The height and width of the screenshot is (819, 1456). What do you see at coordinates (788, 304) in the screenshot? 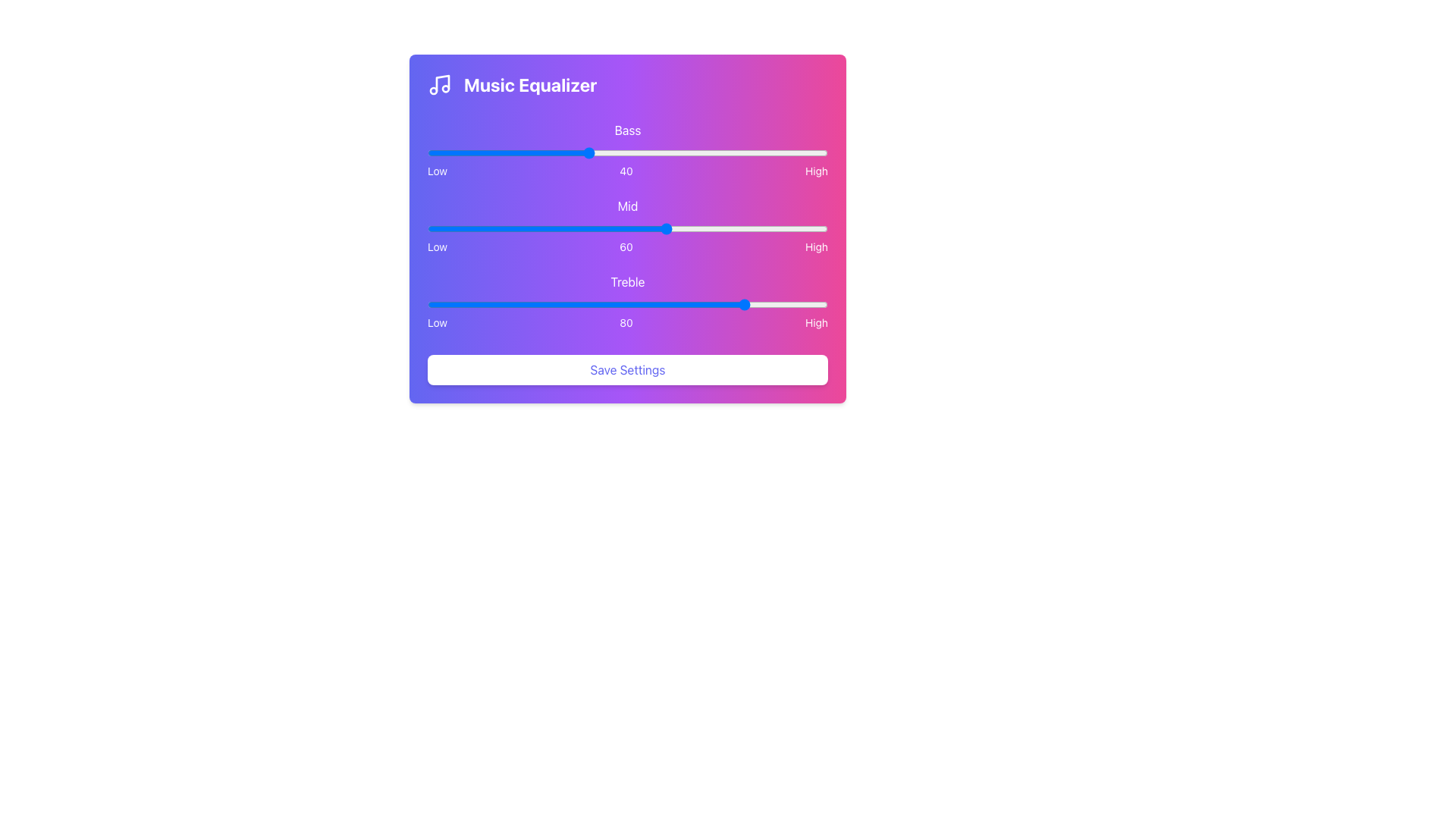
I see `the treble level` at bounding box center [788, 304].